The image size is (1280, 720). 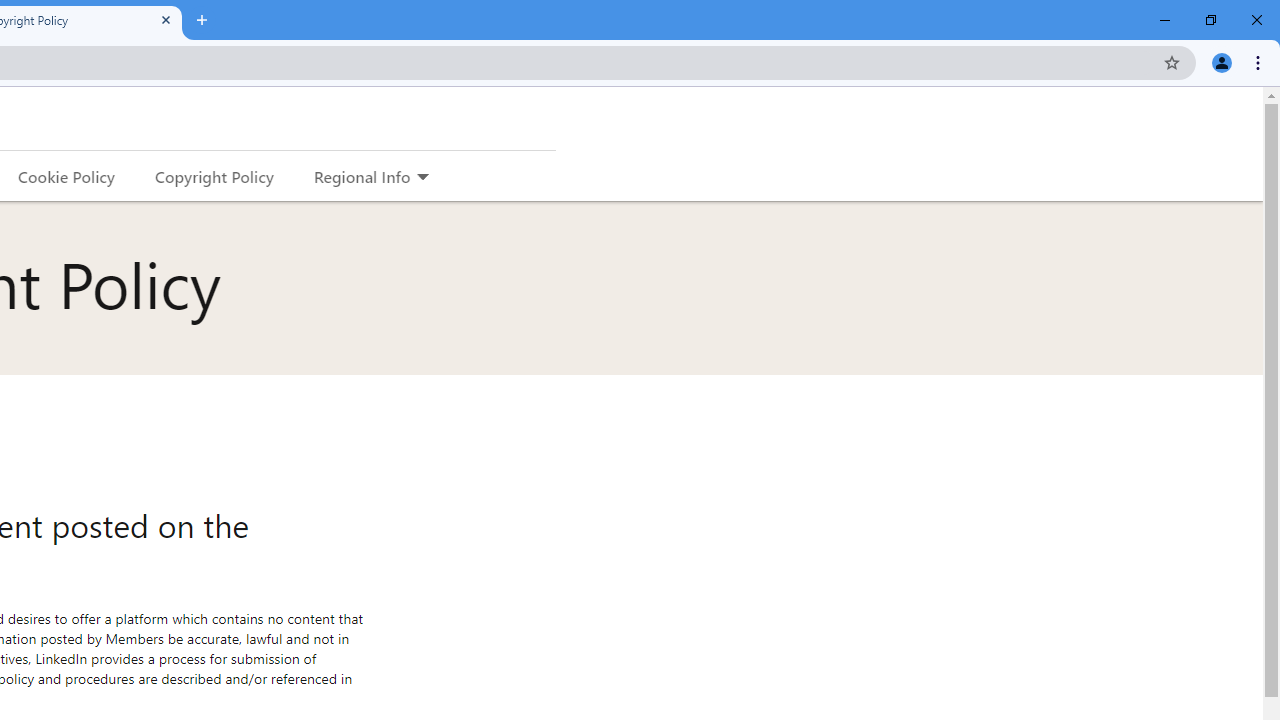 What do you see at coordinates (66, 175) in the screenshot?
I see `'Cookie Policy'` at bounding box center [66, 175].